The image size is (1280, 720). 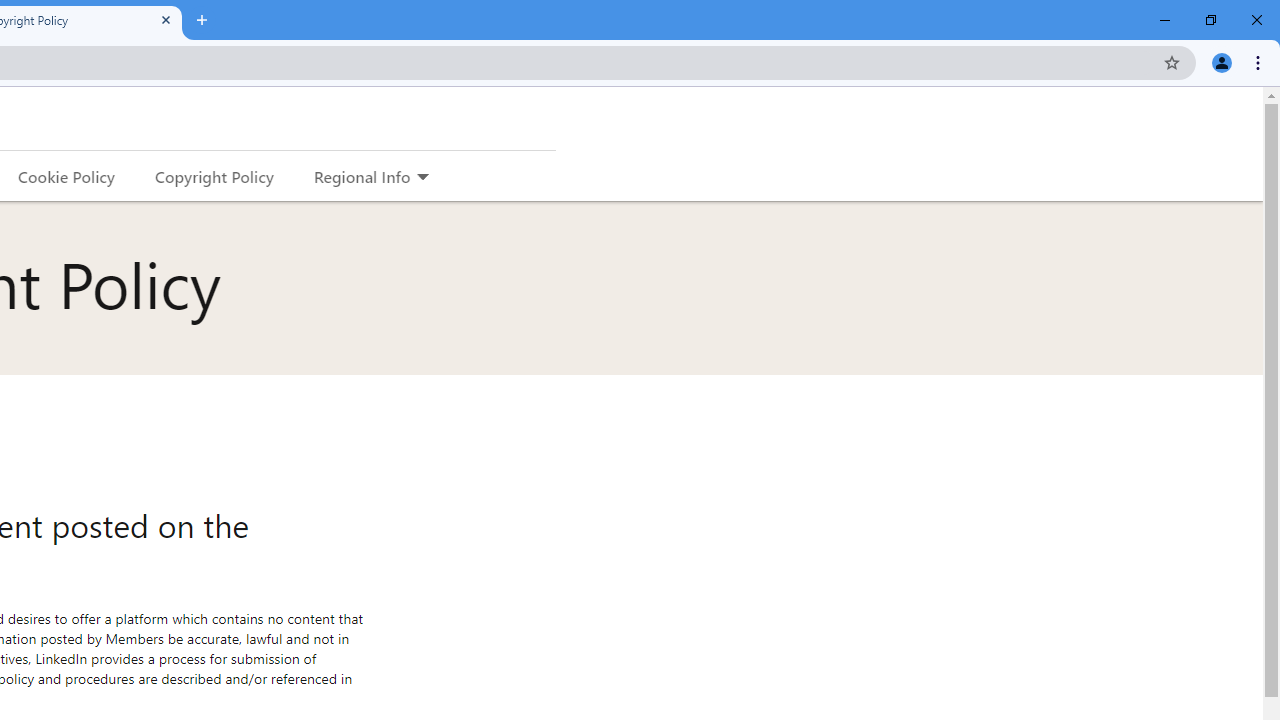 What do you see at coordinates (66, 175) in the screenshot?
I see `'Cookie Policy'` at bounding box center [66, 175].